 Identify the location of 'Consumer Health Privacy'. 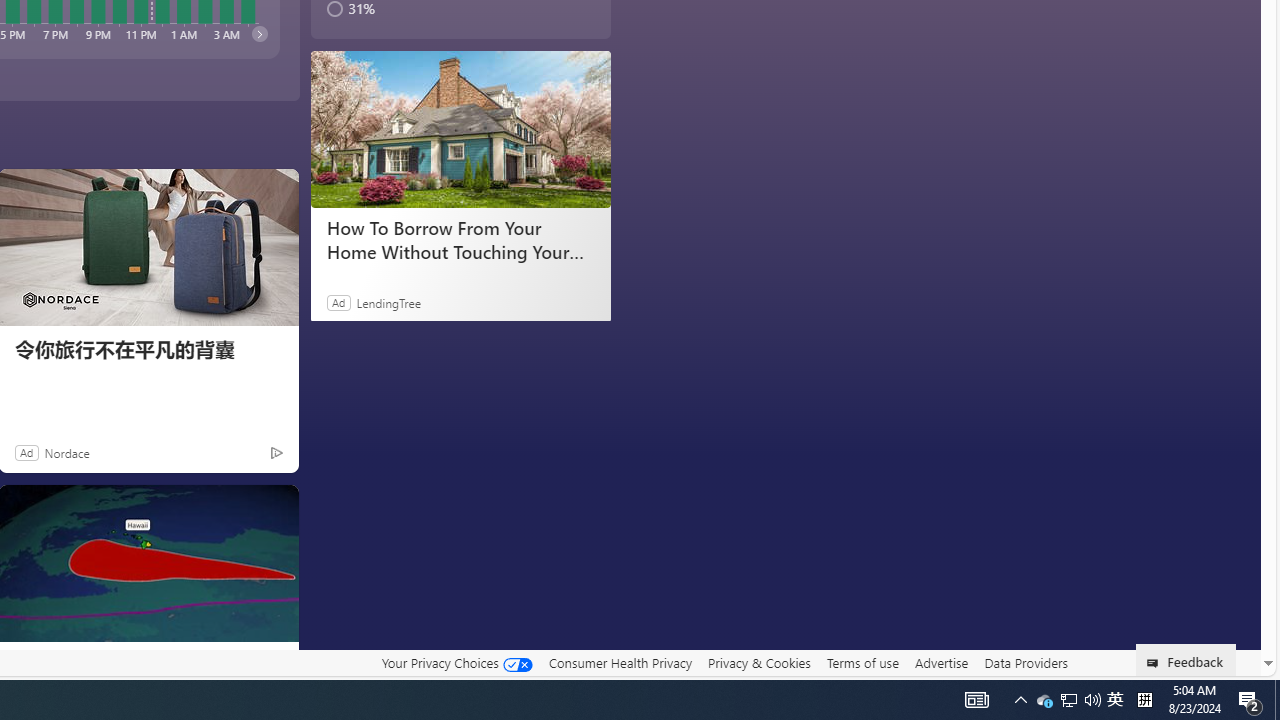
(619, 662).